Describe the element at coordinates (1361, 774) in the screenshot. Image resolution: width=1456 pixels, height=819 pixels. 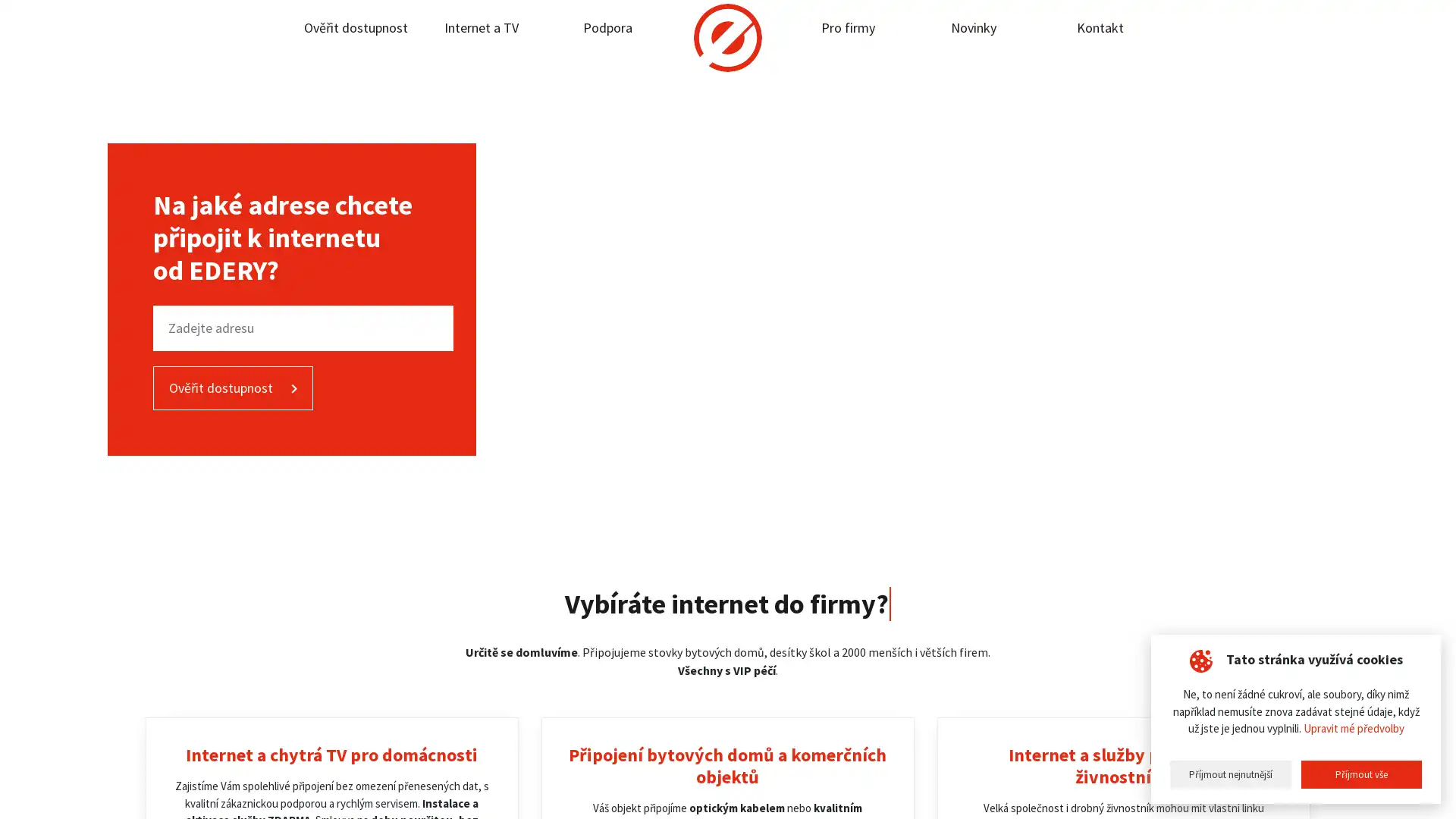
I see `Prijmout vse` at that location.